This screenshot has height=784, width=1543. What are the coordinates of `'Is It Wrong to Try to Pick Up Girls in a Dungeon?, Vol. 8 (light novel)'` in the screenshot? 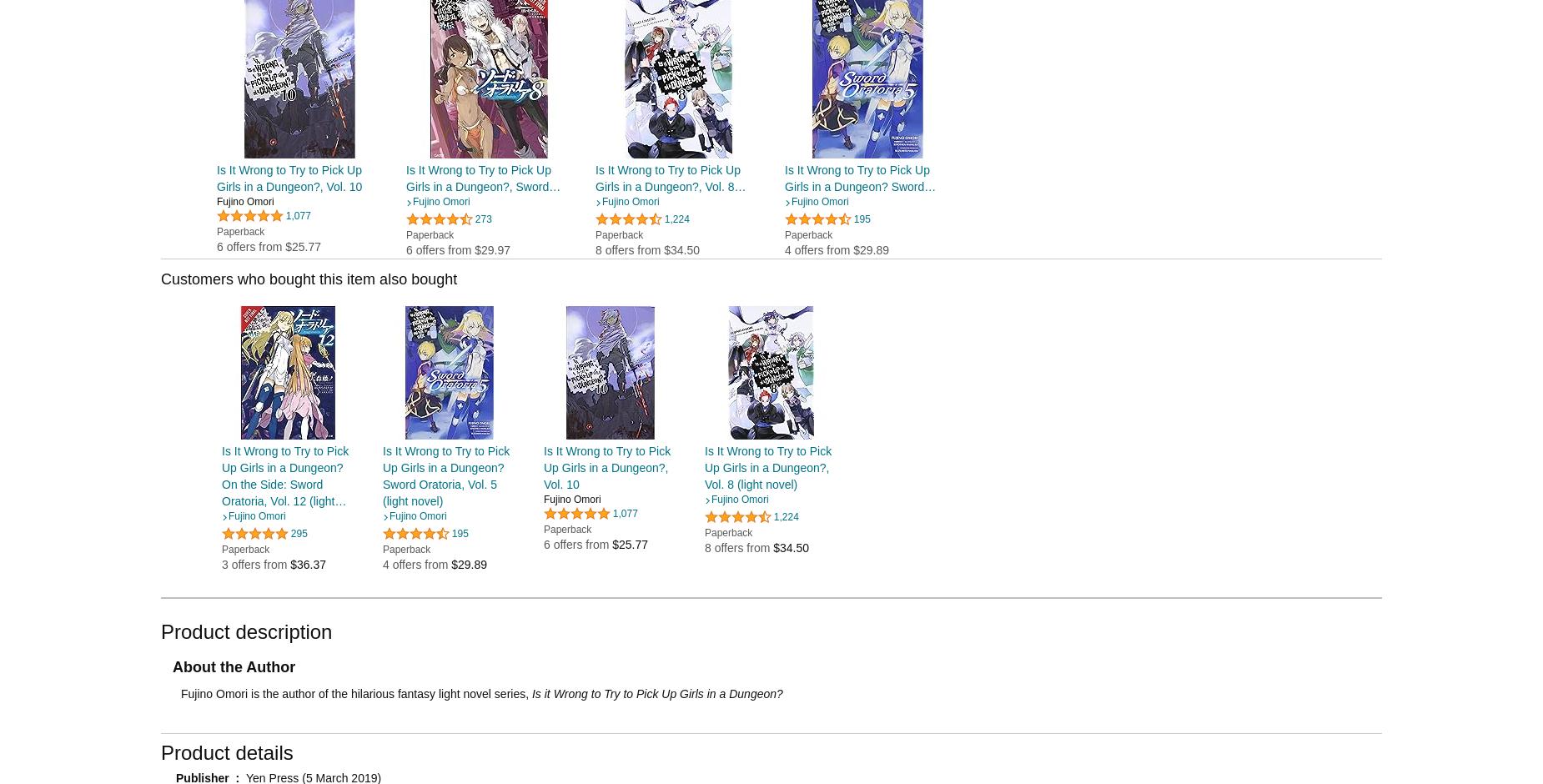 It's located at (767, 466).